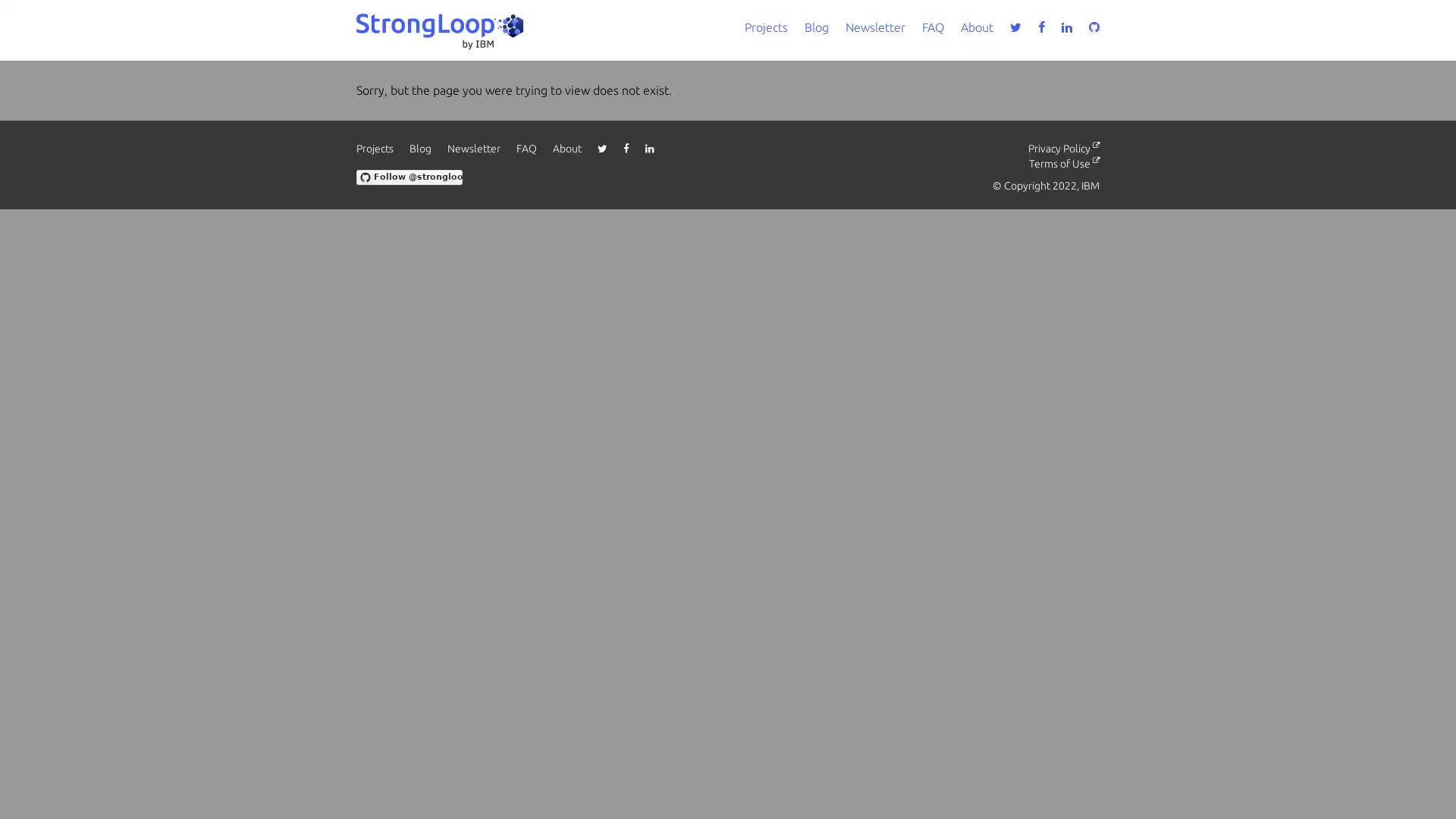  I want to click on close icon, so click(1444, 704).